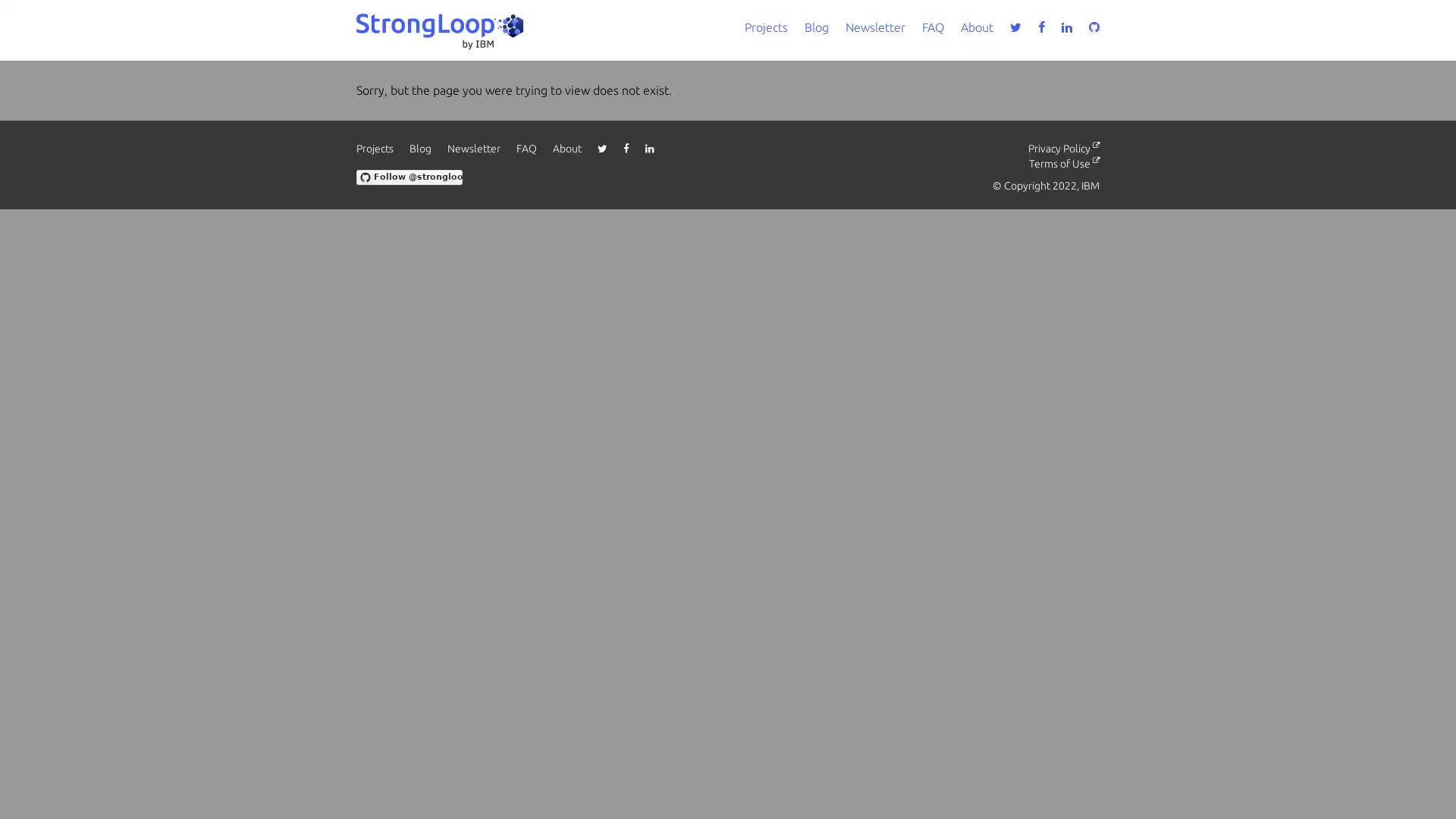  I want to click on close icon, so click(1444, 704).